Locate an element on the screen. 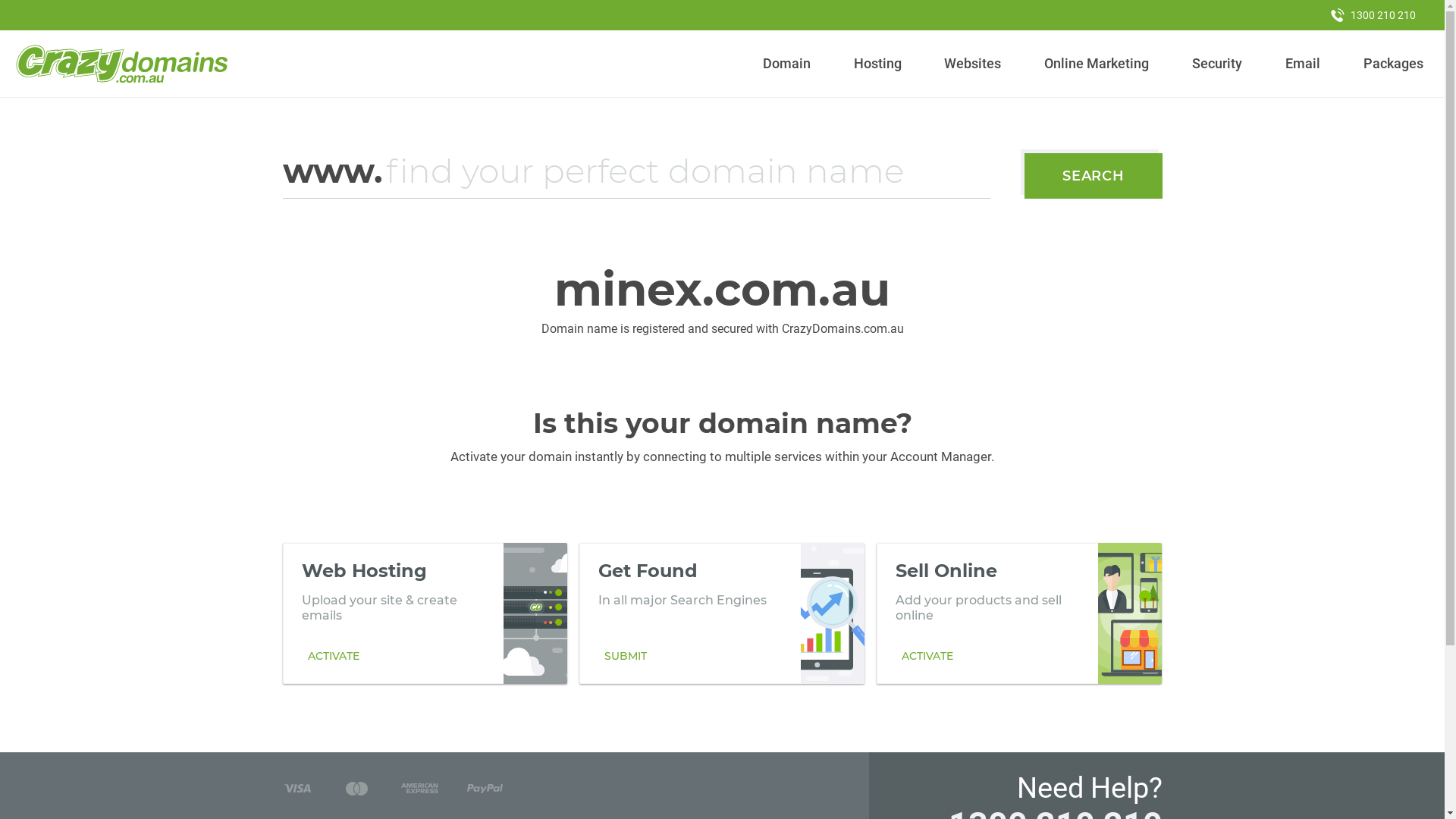 The height and width of the screenshot is (819, 1456). '1300 210 210' is located at coordinates (1373, 14).